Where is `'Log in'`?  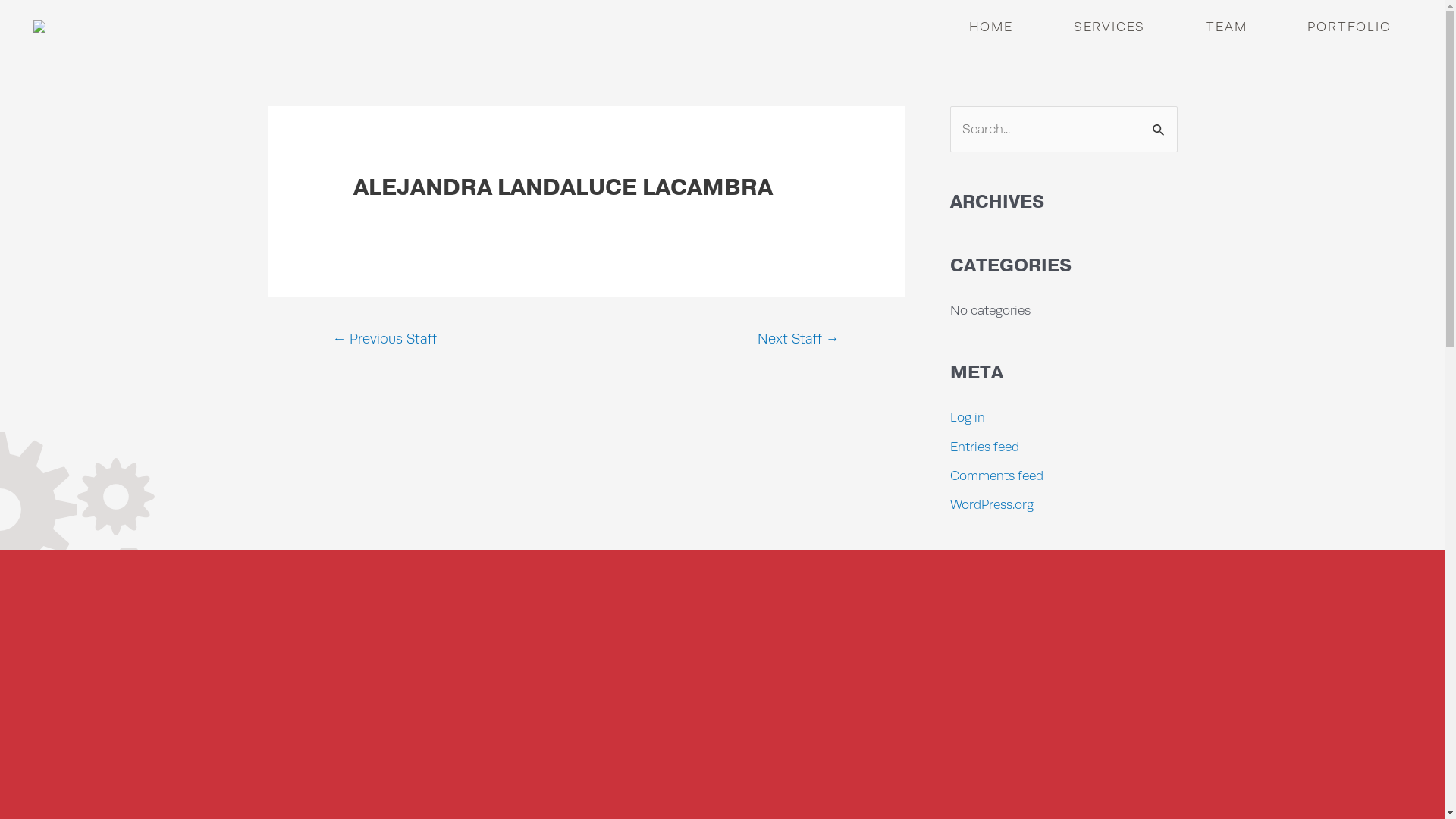
'Log in' is located at coordinates (966, 417).